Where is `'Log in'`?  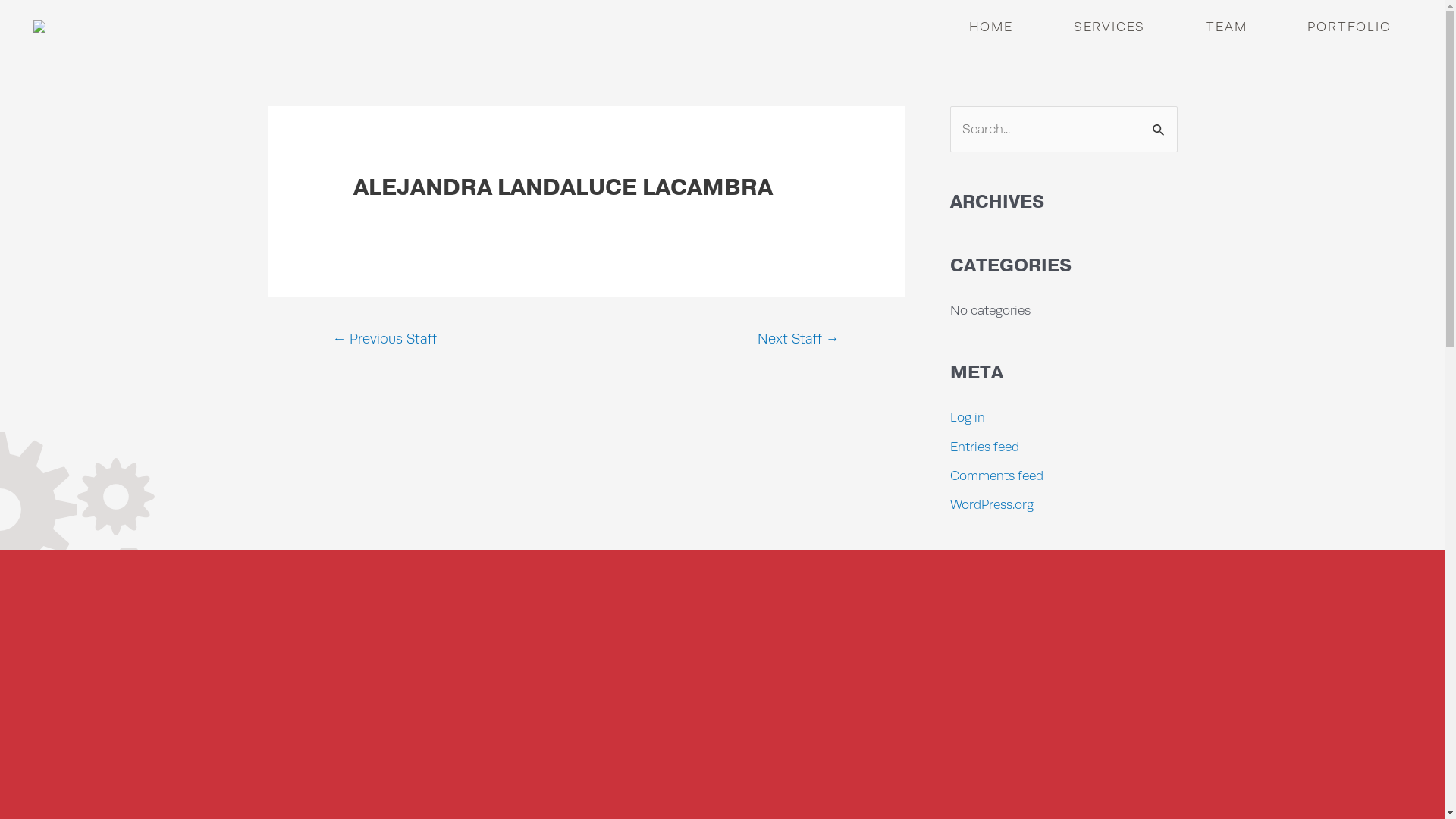
'Log in' is located at coordinates (966, 417).